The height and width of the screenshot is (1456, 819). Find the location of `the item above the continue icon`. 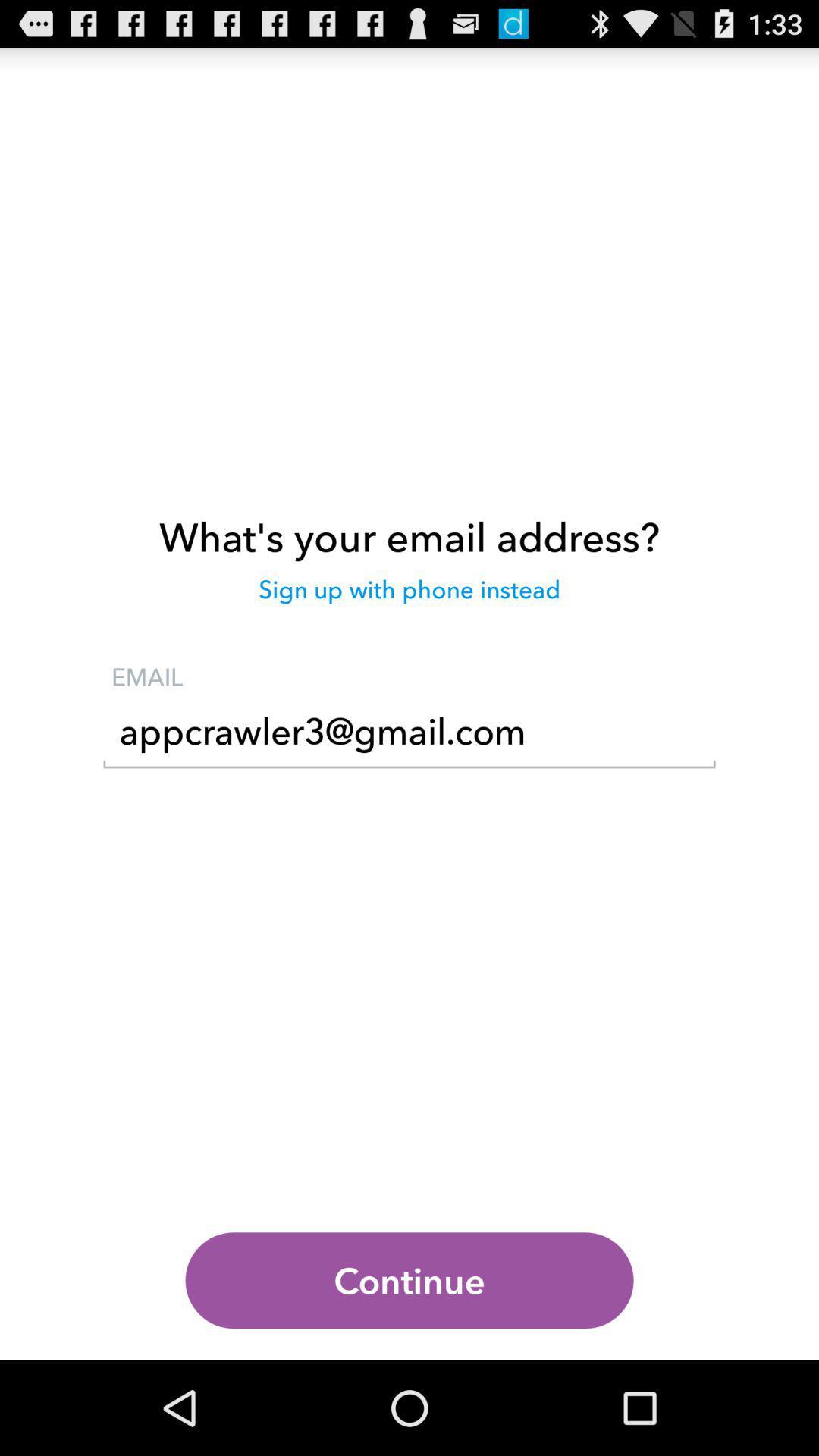

the item above the continue icon is located at coordinates (409, 736).